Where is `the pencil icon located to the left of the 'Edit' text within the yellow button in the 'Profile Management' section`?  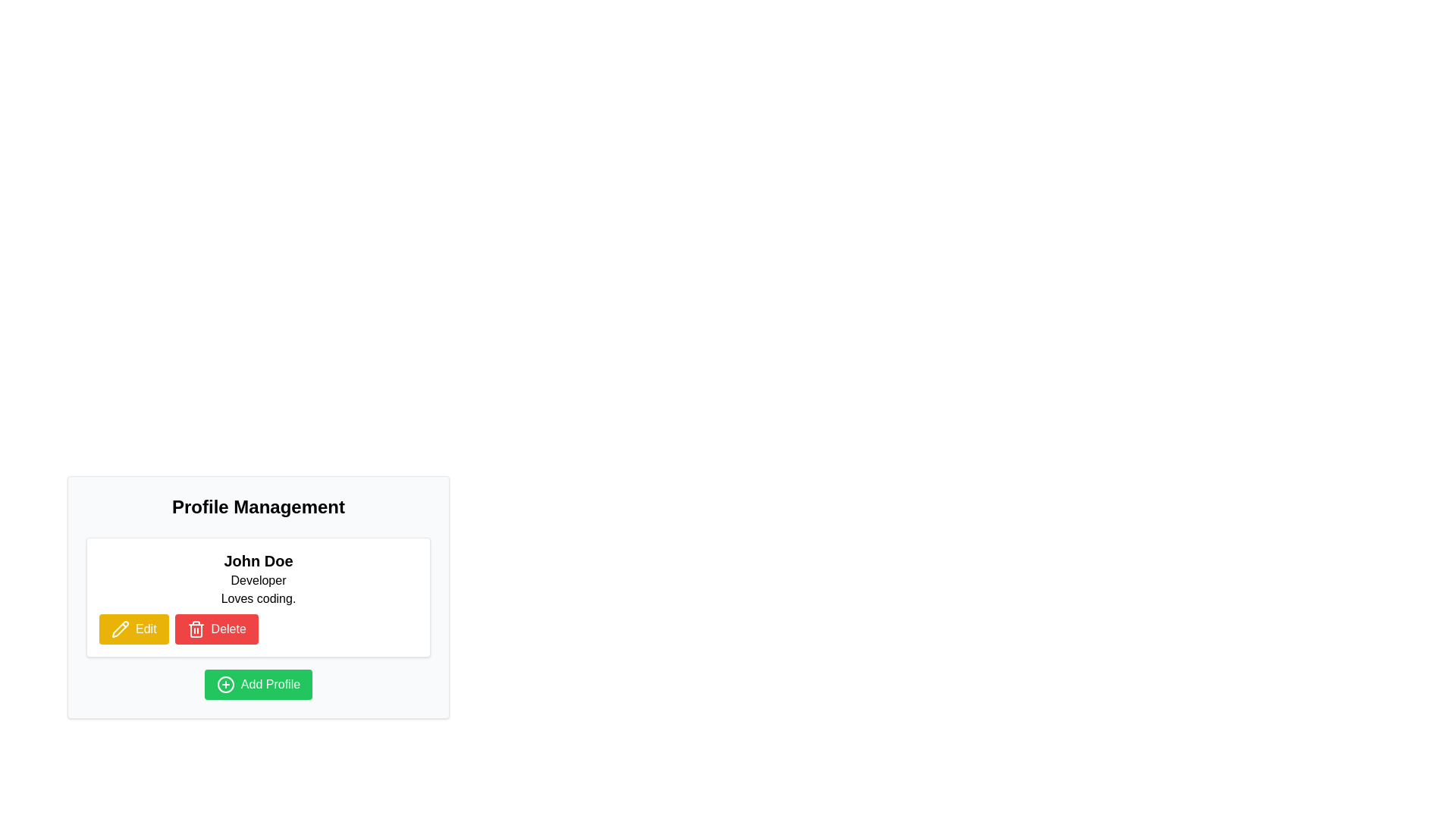 the pencil icon located to the left of the 'Edit' text within the yellow button in the 'Profile Management' section is located at coordinates (119, 629).